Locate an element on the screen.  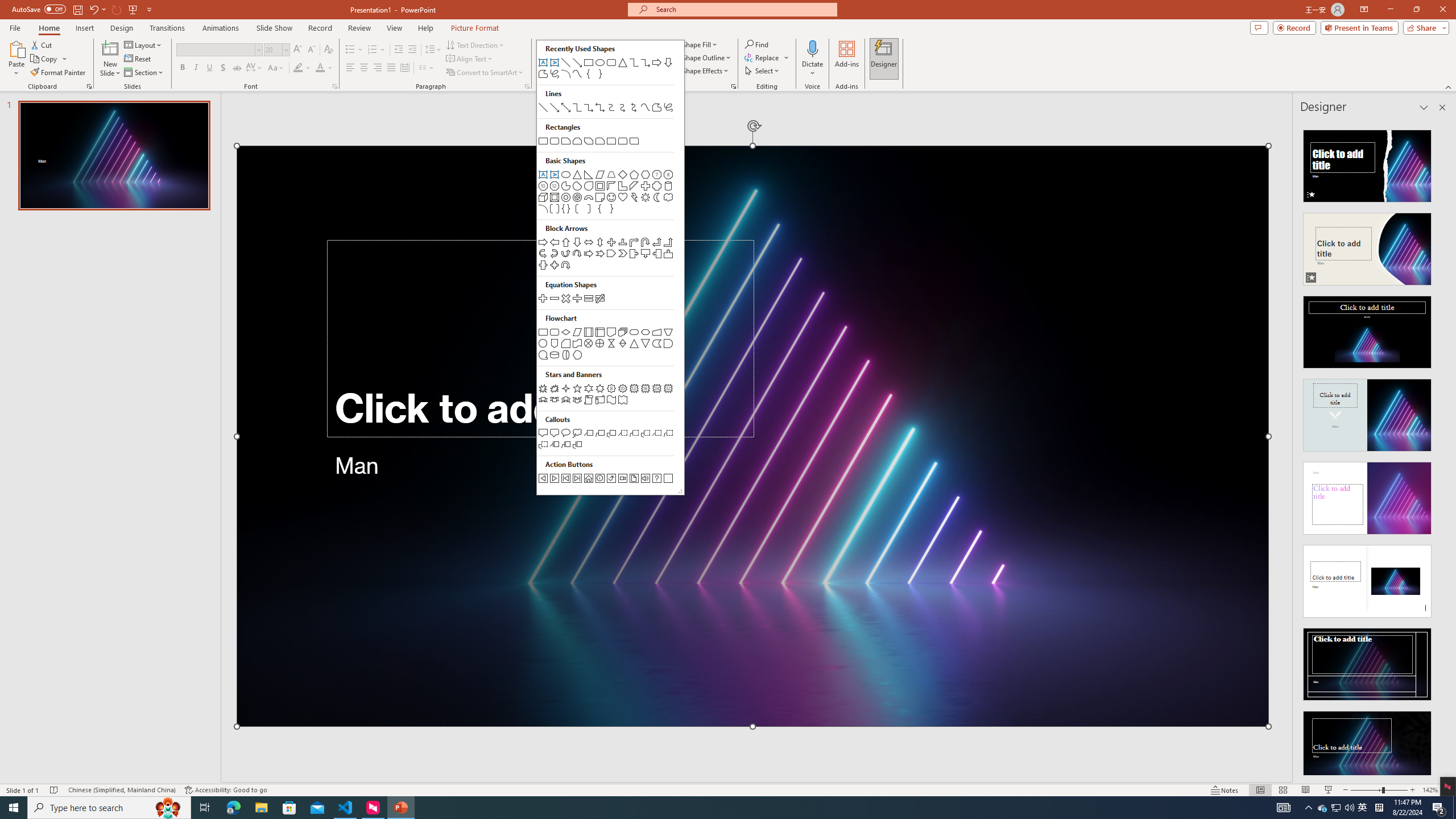
'Minimize' is located at coordinates (1389, 9).